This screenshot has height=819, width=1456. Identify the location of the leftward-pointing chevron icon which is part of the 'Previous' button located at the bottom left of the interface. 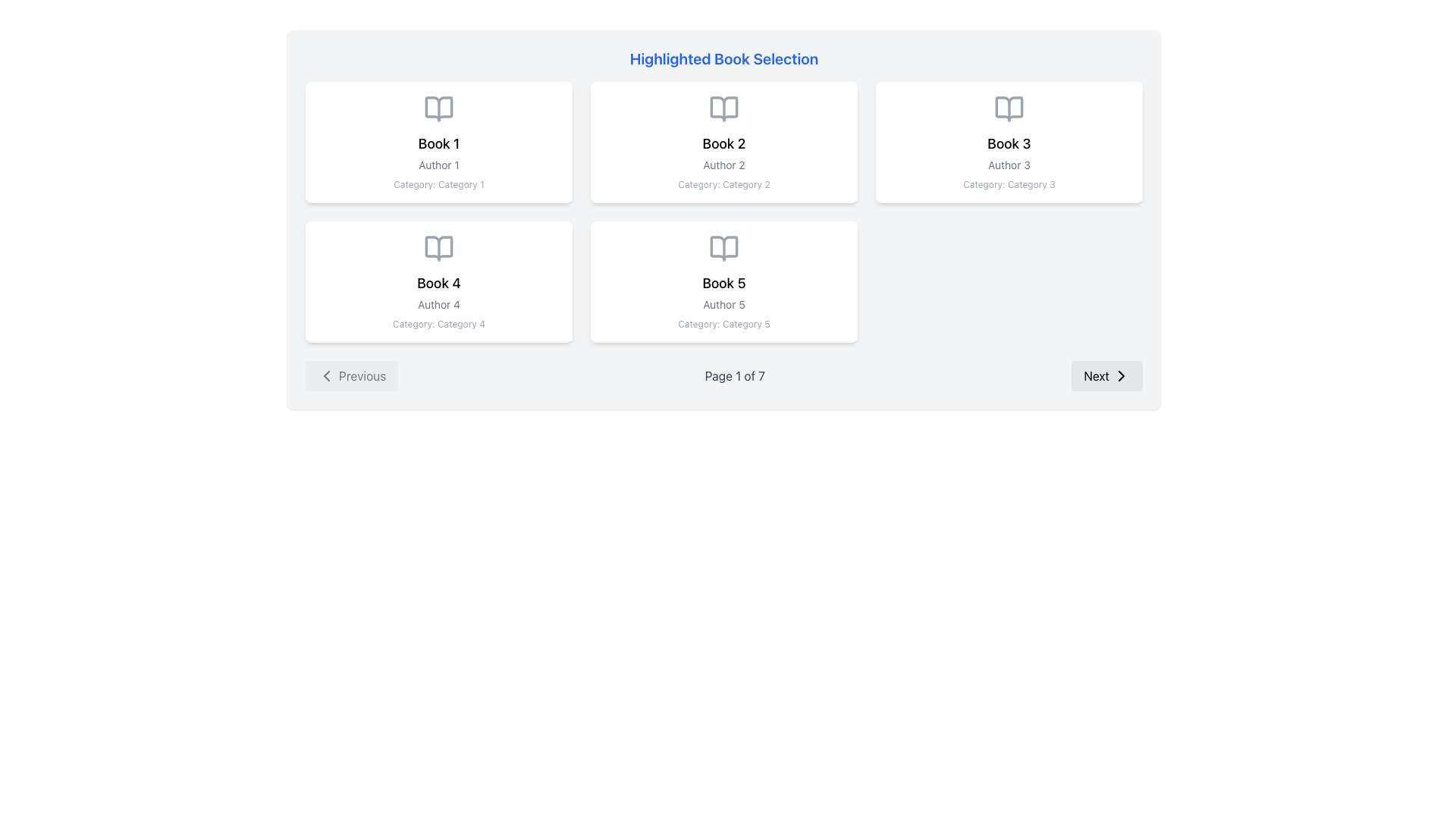
(326, 375).